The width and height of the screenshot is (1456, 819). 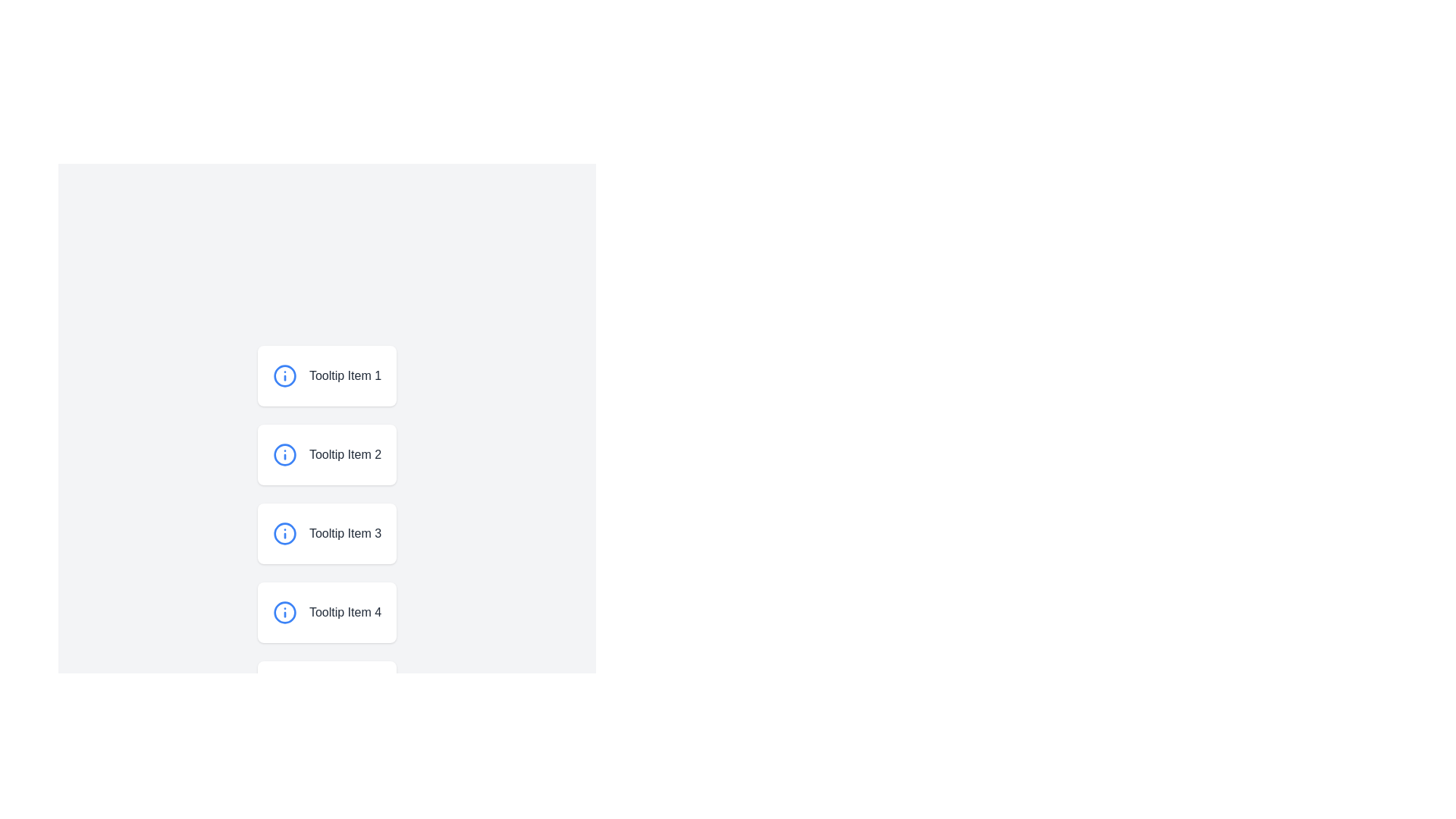 I want to click on the circular SVG icon with an information symbol ('i') in the center, which is styled with a blue outline and a white background, located to the left of 'Tooltip Item 3' in the third row of a vertical list, so click(x=284, y=533).